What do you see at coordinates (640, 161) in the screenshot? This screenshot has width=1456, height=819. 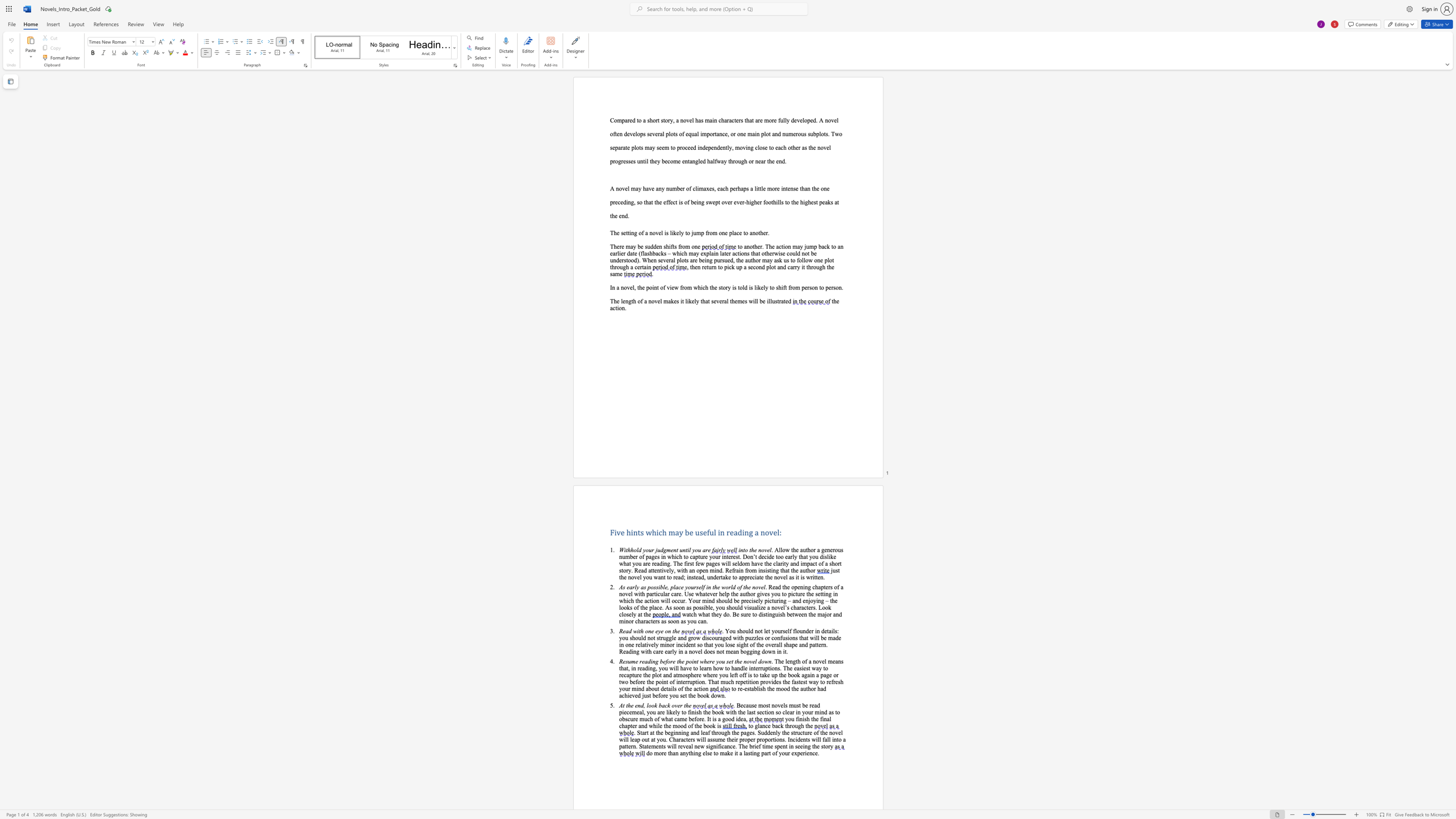 I see `the subset text "ntil they become entangle" within the text "independently, moving close to each other as the novel progresses until they become entangled halfway through or near the end."` at bounding box center [640, 161].